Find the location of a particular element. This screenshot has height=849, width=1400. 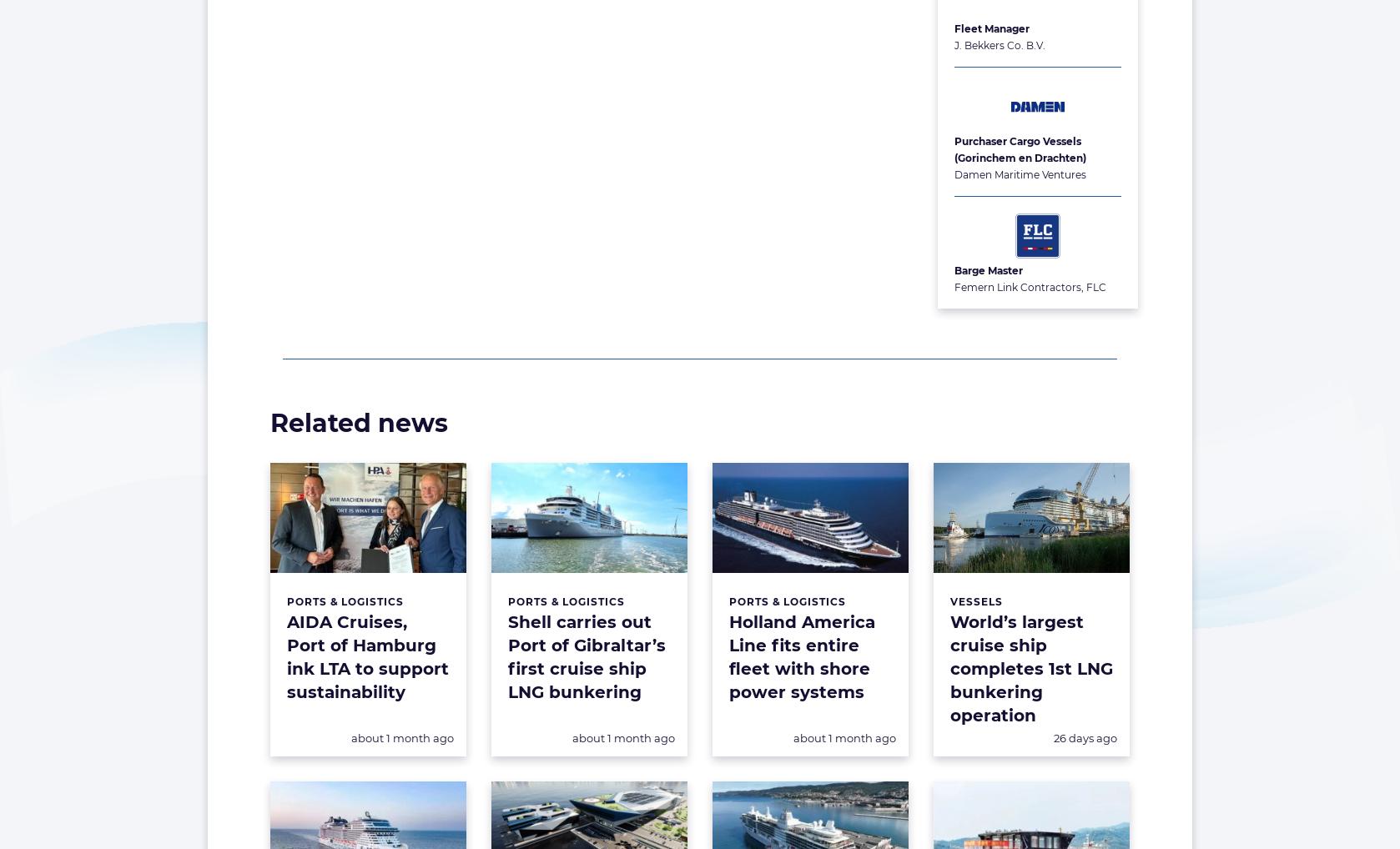

'Damen Maritime Ventures' is located at coordinates (954, 173).